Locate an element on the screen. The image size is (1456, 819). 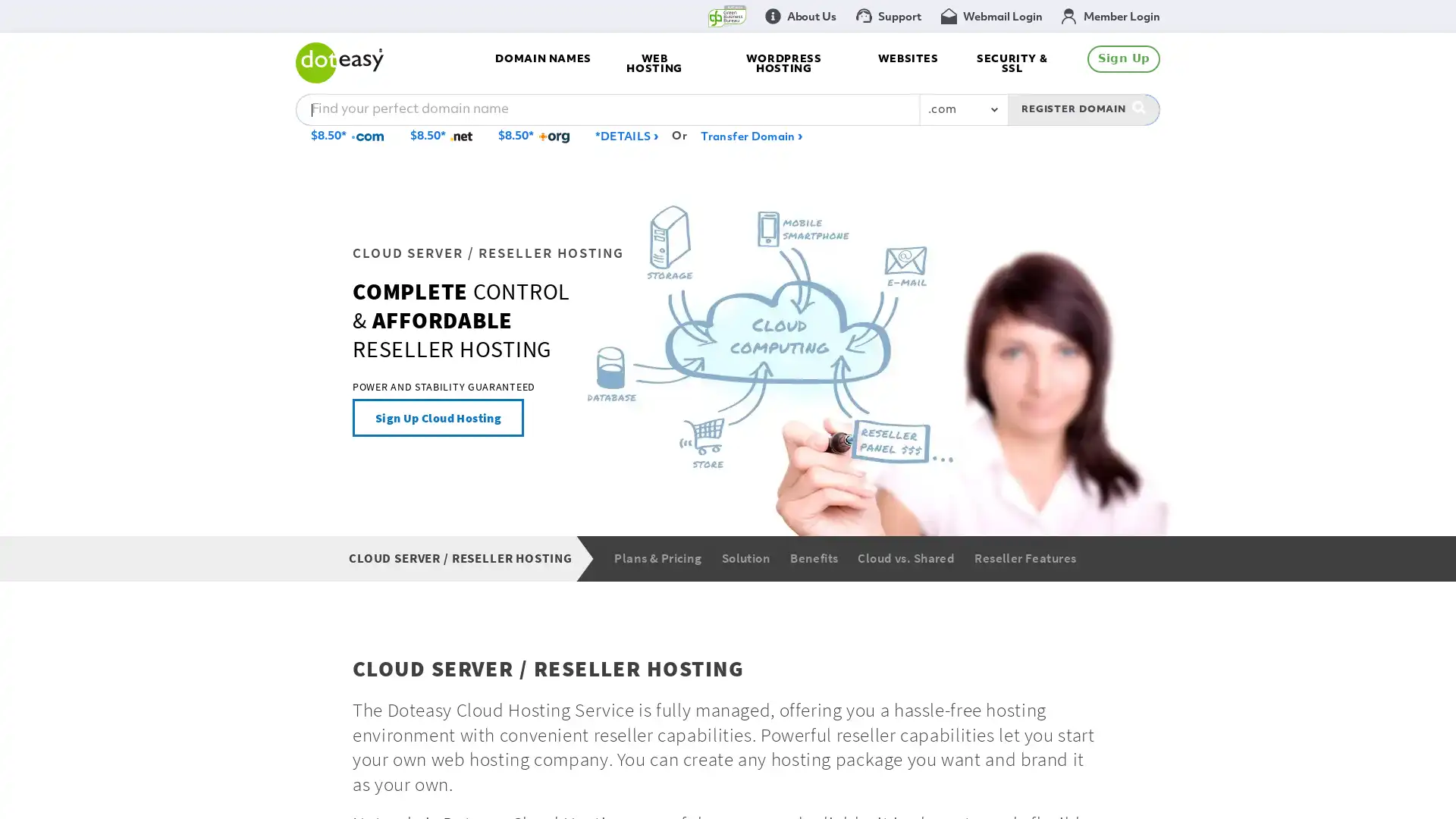
REGISTER DOMAIN is located at coordinates (1083, 109).